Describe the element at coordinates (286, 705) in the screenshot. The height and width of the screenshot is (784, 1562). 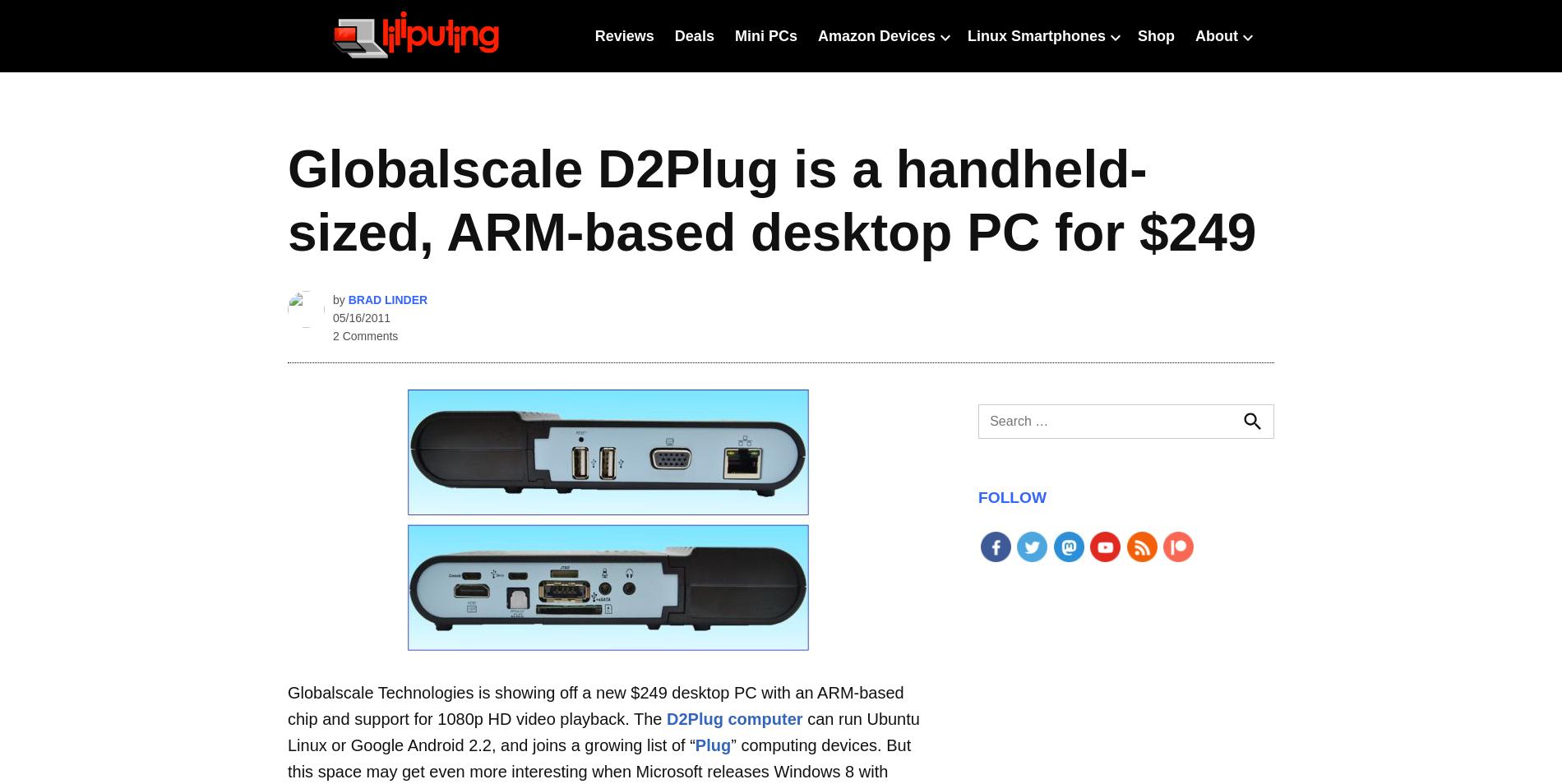
I see `'Globalscale Technologies is showing off a new $249 desktop PC with an ARM-based chip and support for 1080p HD video playback. The'` at that location.